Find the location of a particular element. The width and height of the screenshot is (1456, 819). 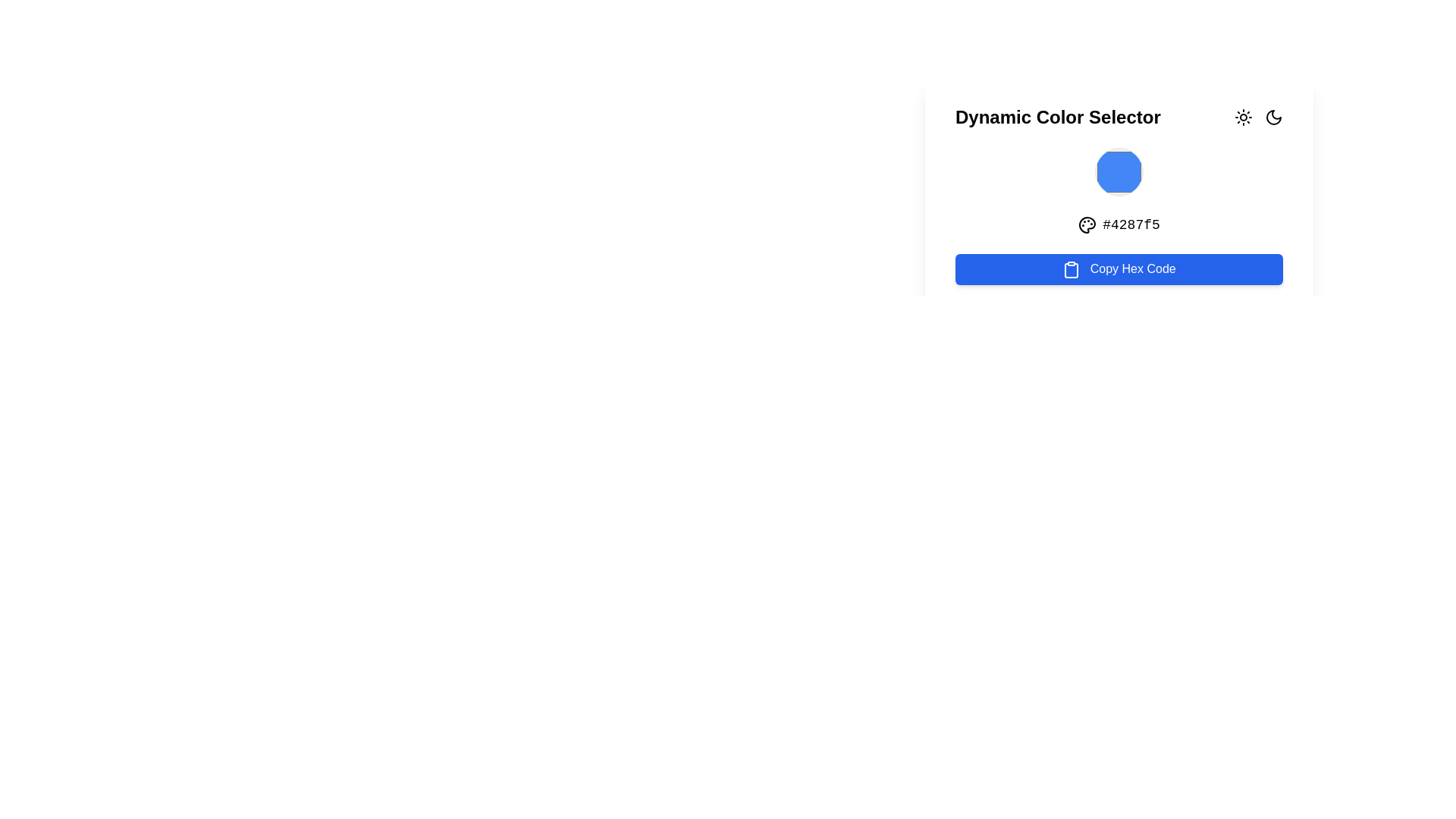

the SVG Icon located at the top right corner of the interface, aligned with the title 'Dynamic Color Selector' is located at coordinates (1274, 116).